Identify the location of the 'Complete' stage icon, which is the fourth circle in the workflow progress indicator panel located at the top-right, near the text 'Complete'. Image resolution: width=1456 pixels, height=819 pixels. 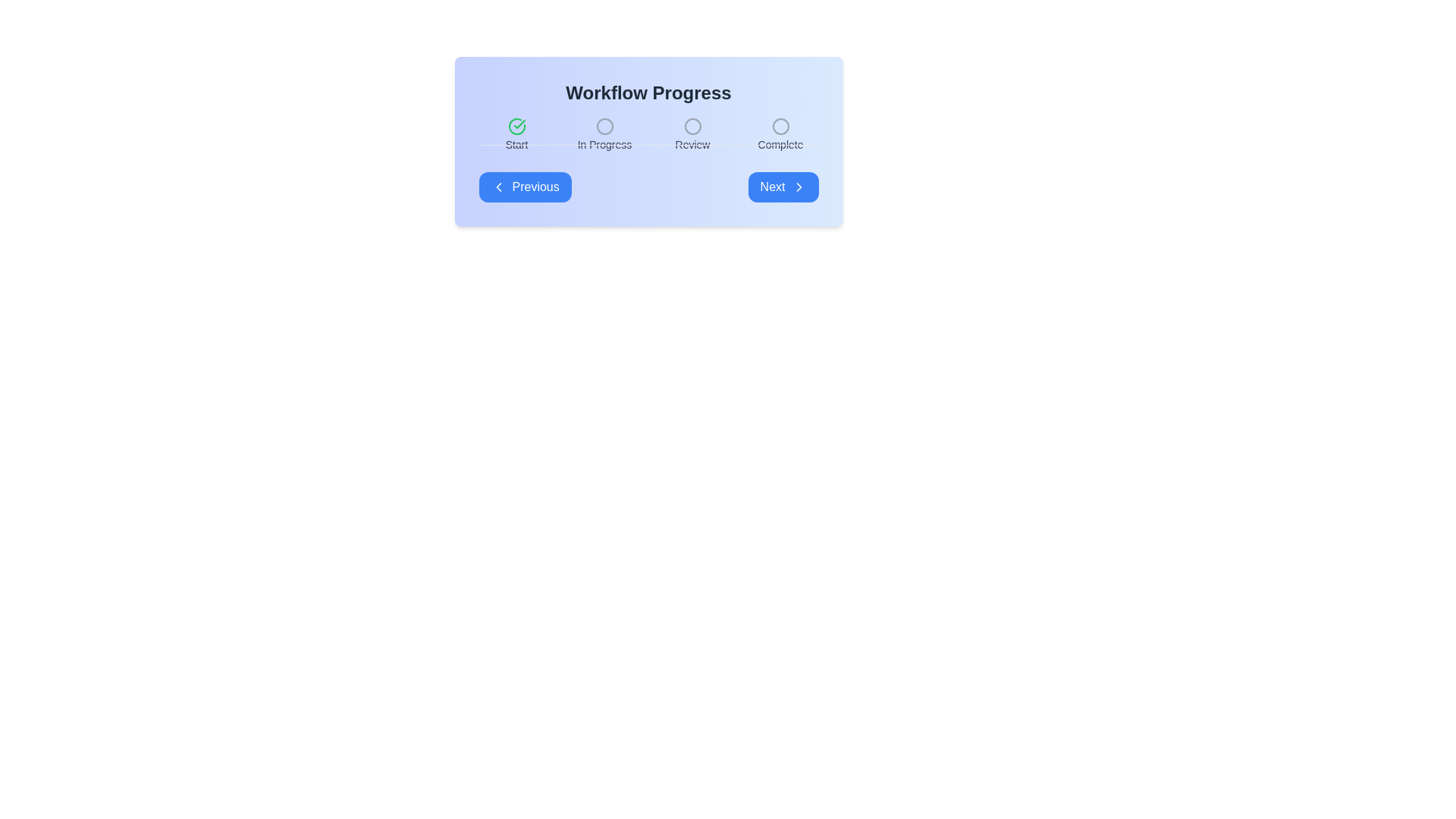
(780, 125).